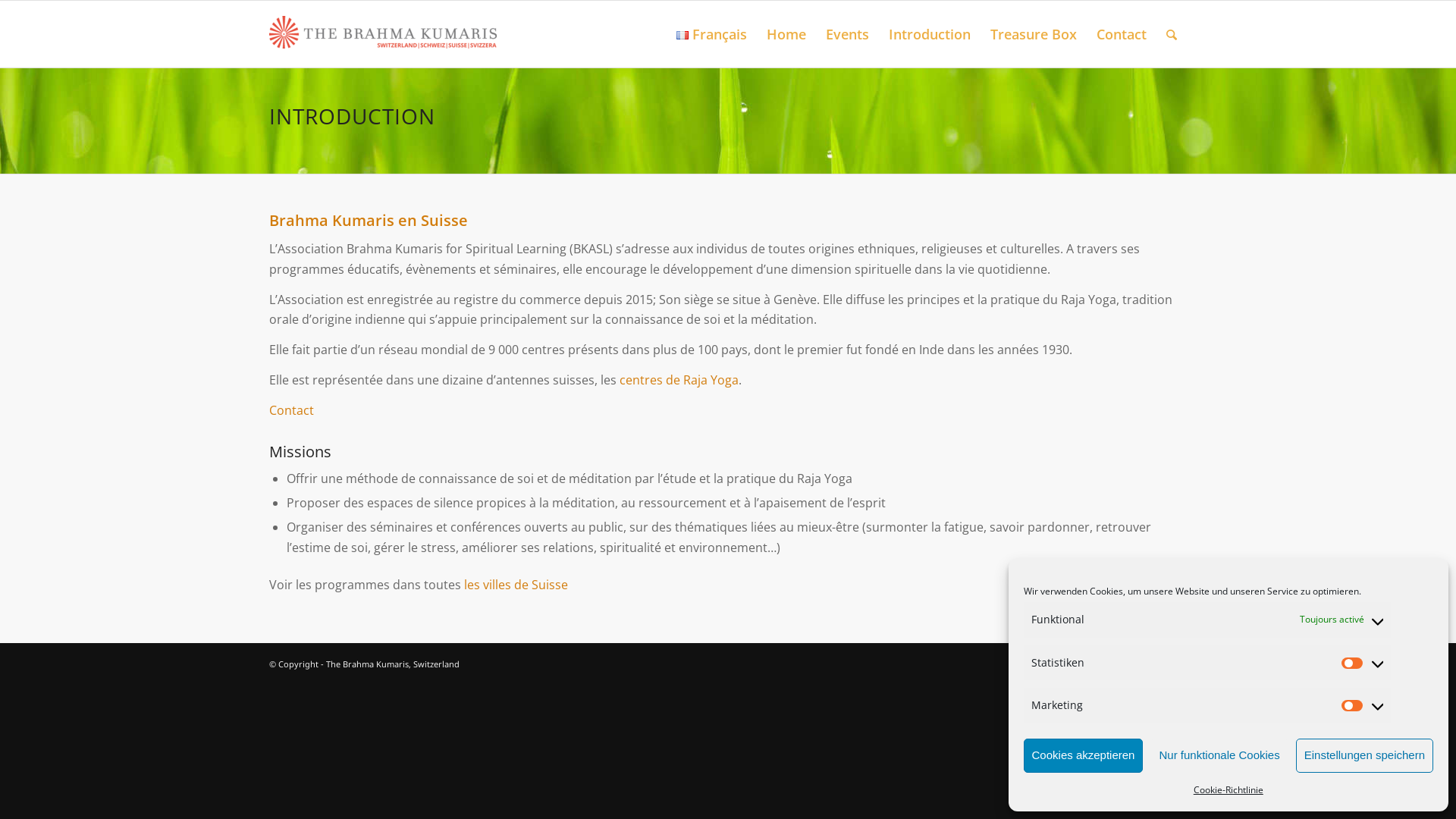 The width and height of the screenshot is (1456, 819). Describe the element at coordinates (678, 379) in the screenshot. I see `'centres de Raja Yoga'` at that location.